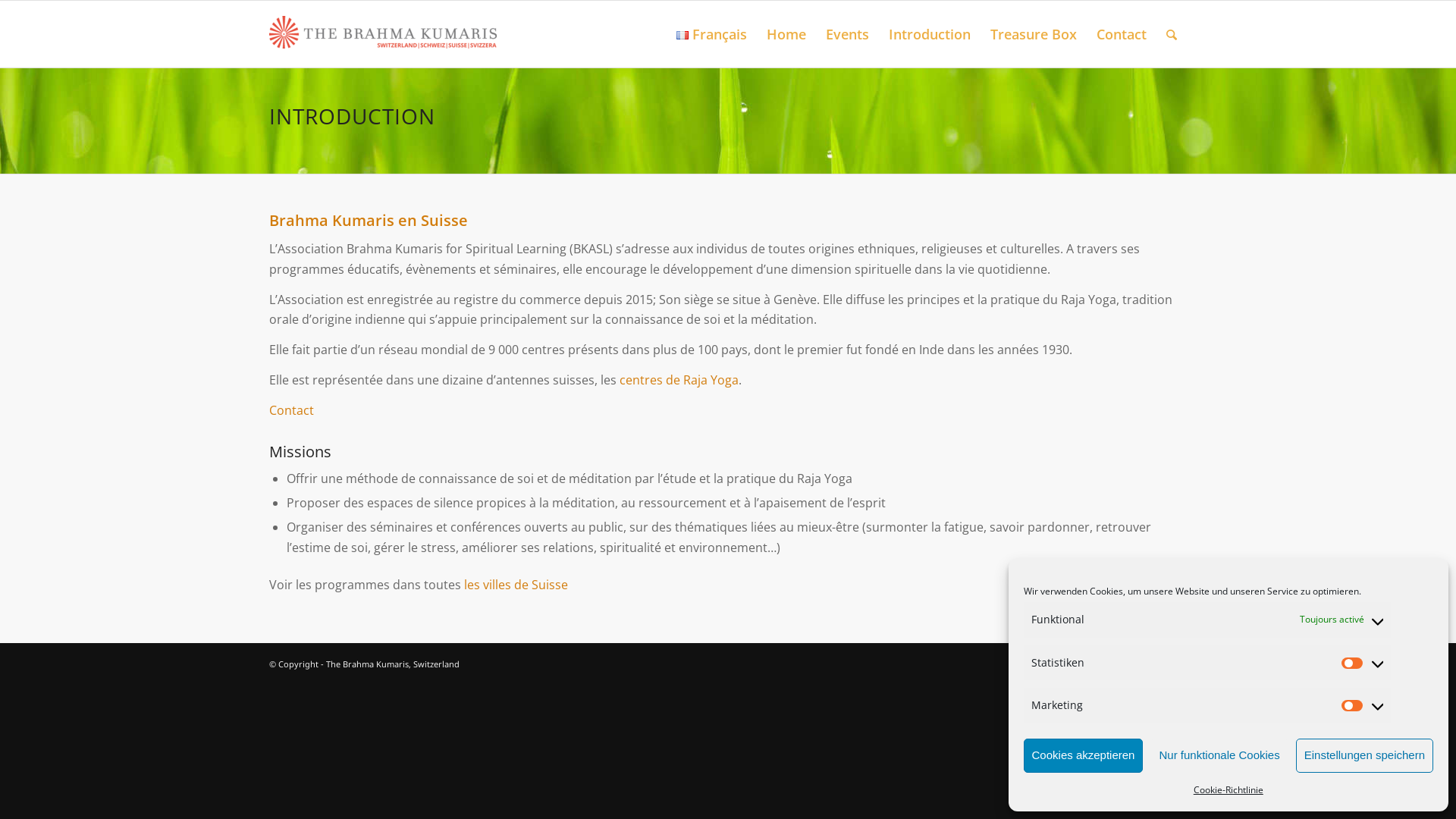 The width and height of the screenshot is (1456, 819). Describe the element at coordinates (678, 379) in the screenshot. I see `'centres de Raja Yoga'` at that location.